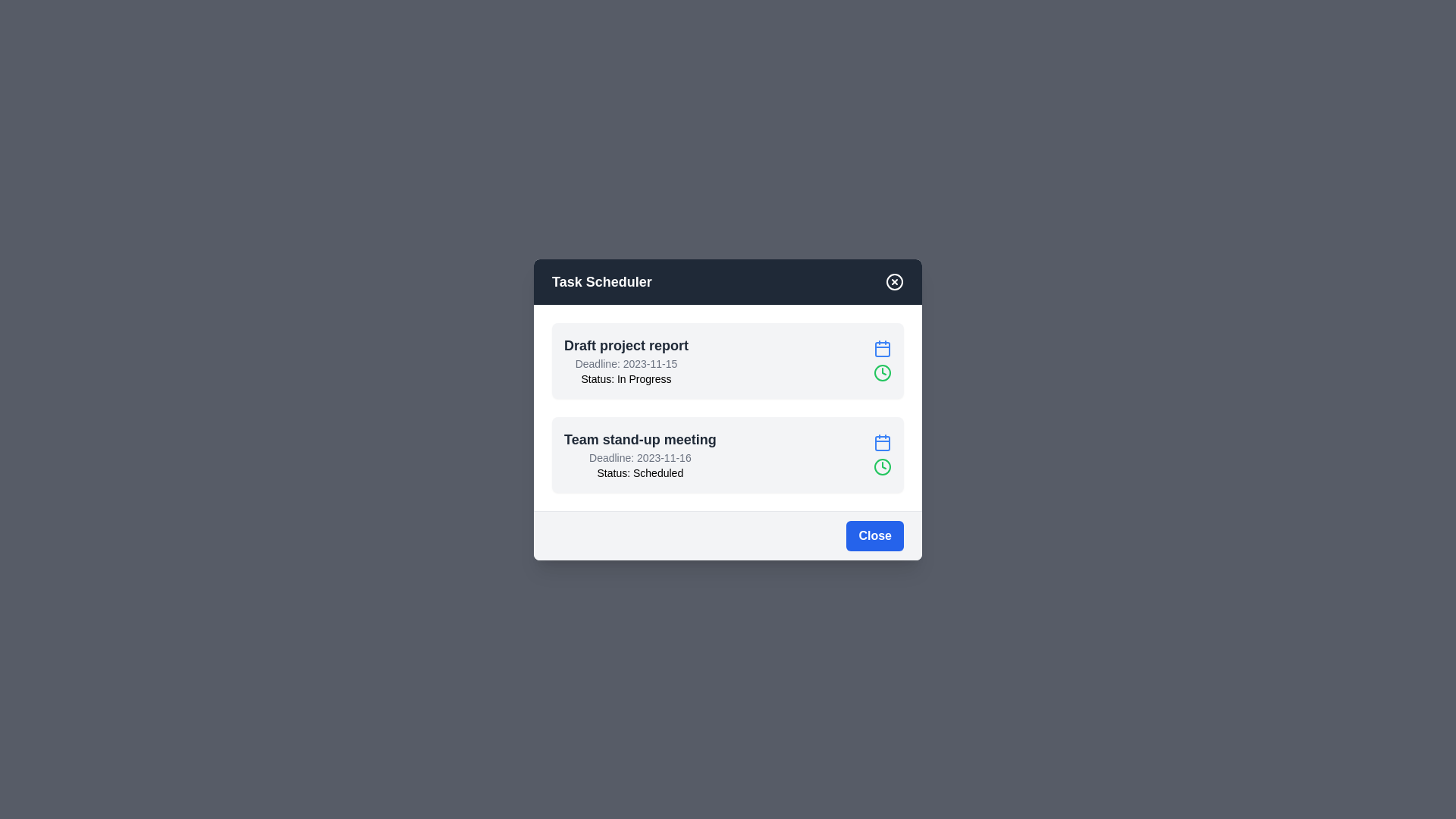  What do you see at coordinates (882, 442) in the screenshot?
I see `the calendar icon for the task Team stand-up meeting` at bounding box center [882, 442].